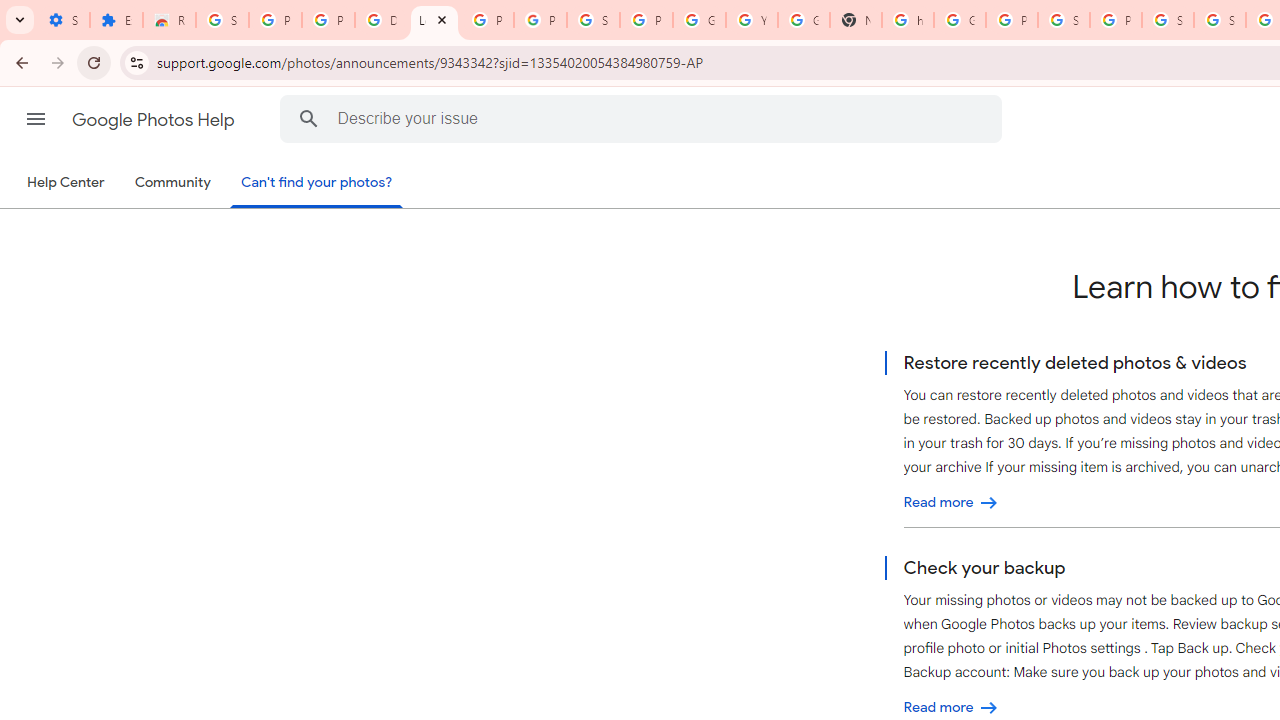 The width and height of the screenshot is (1280, 720). I want to click on 'Sign in - Google Accounts', so click(1168, 20).